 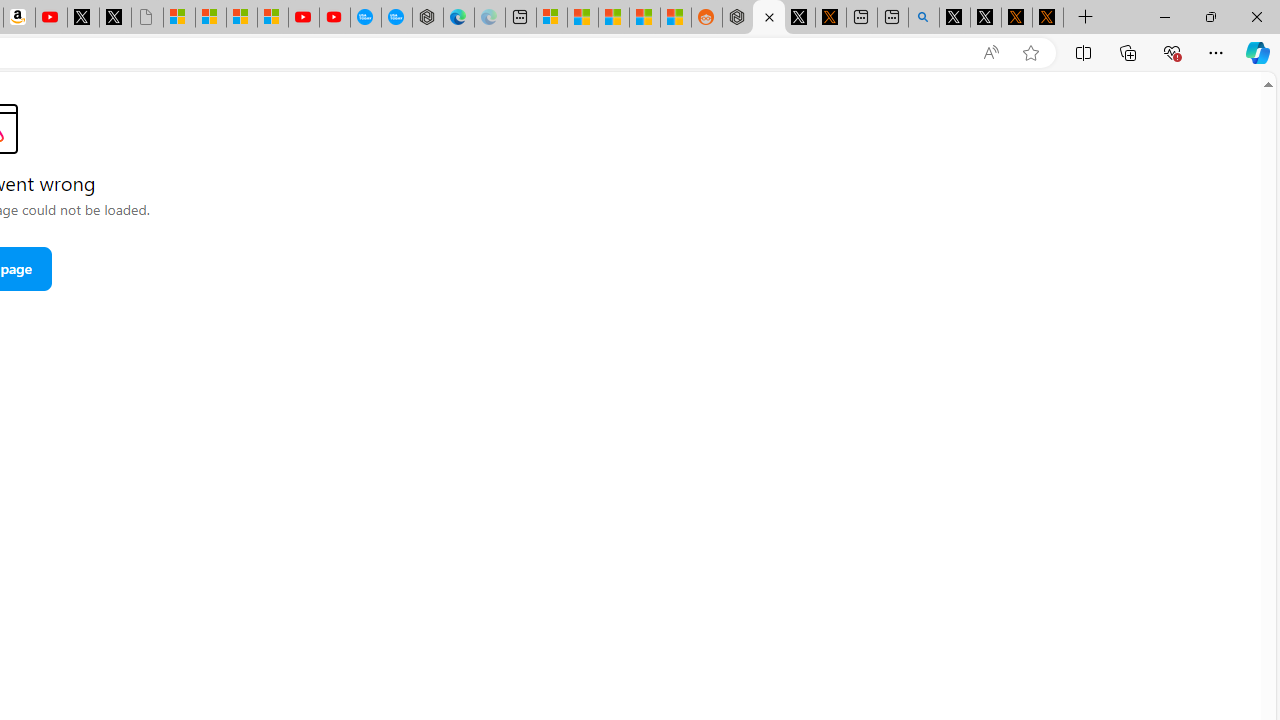 I want to click on 'The most popular Google ', so click(x=396, y=17).